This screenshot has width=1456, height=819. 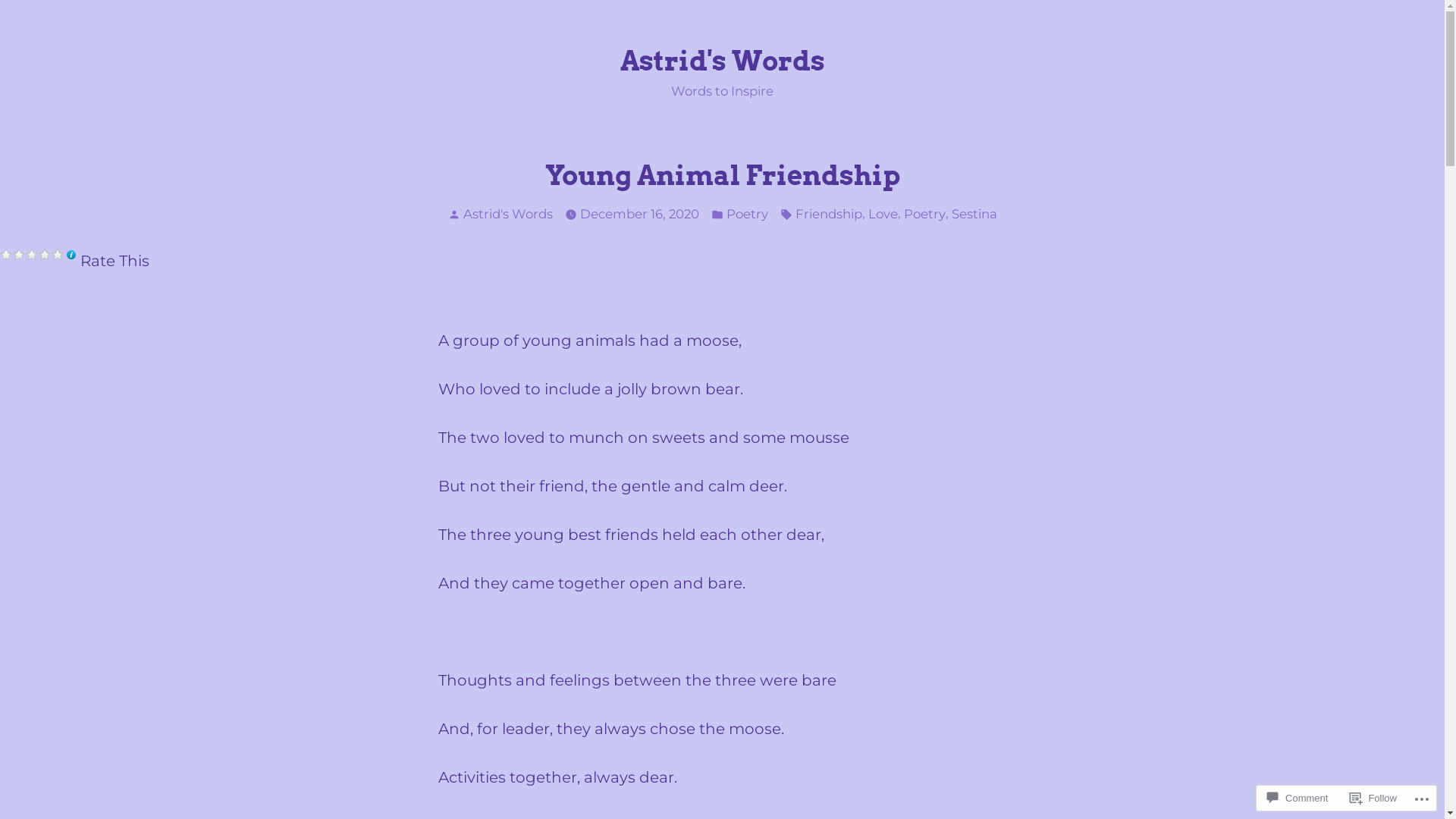 What do you see at coordinates (1373, 797) in the screenshot?
I see `'Follow'` at bounding box center [1373, 797].